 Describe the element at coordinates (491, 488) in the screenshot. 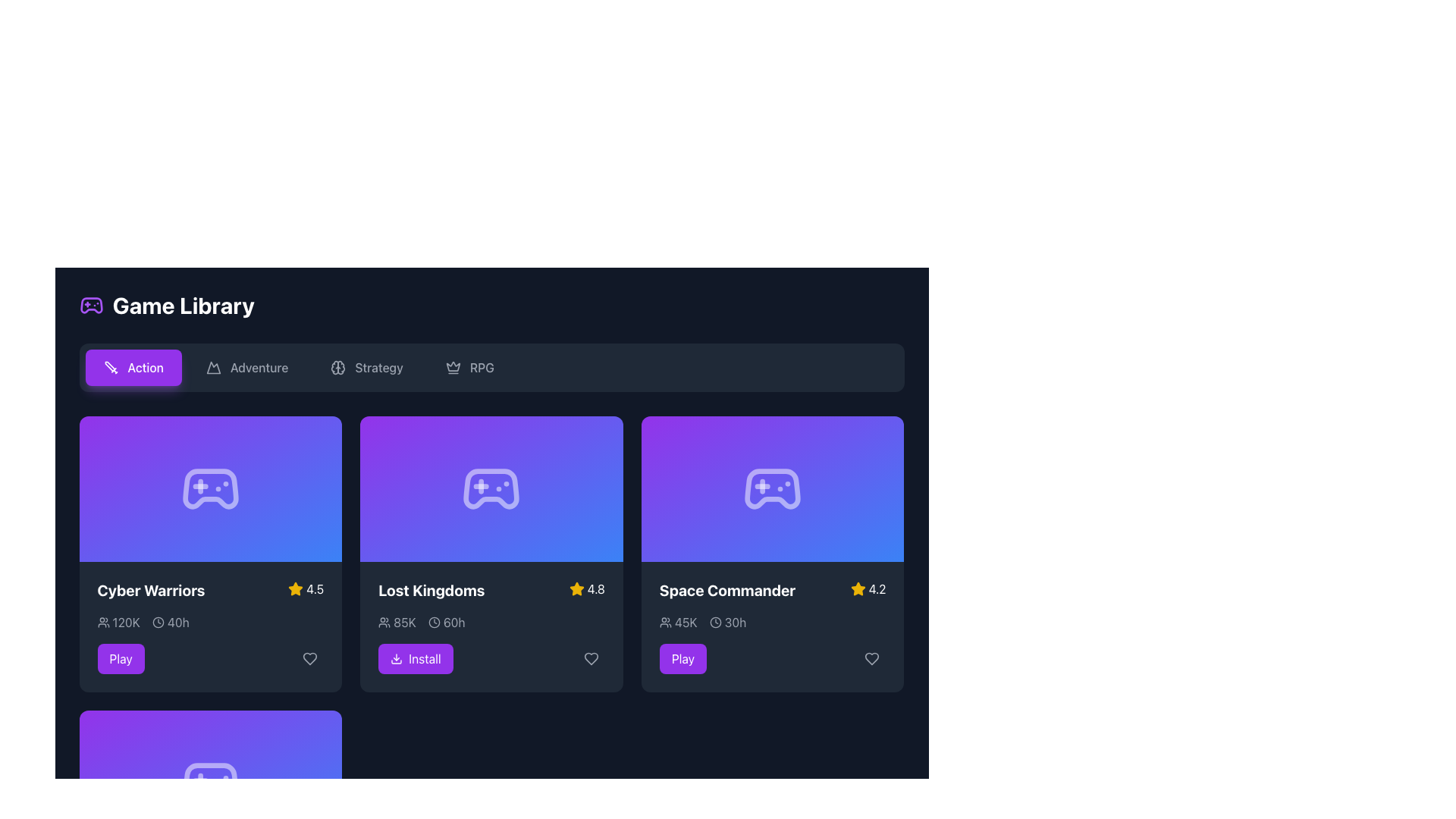

I see `the icon representing the game 'Lost Kingdoms', which is centrally placed within the second card of the upper row in the game library grid` at that location.